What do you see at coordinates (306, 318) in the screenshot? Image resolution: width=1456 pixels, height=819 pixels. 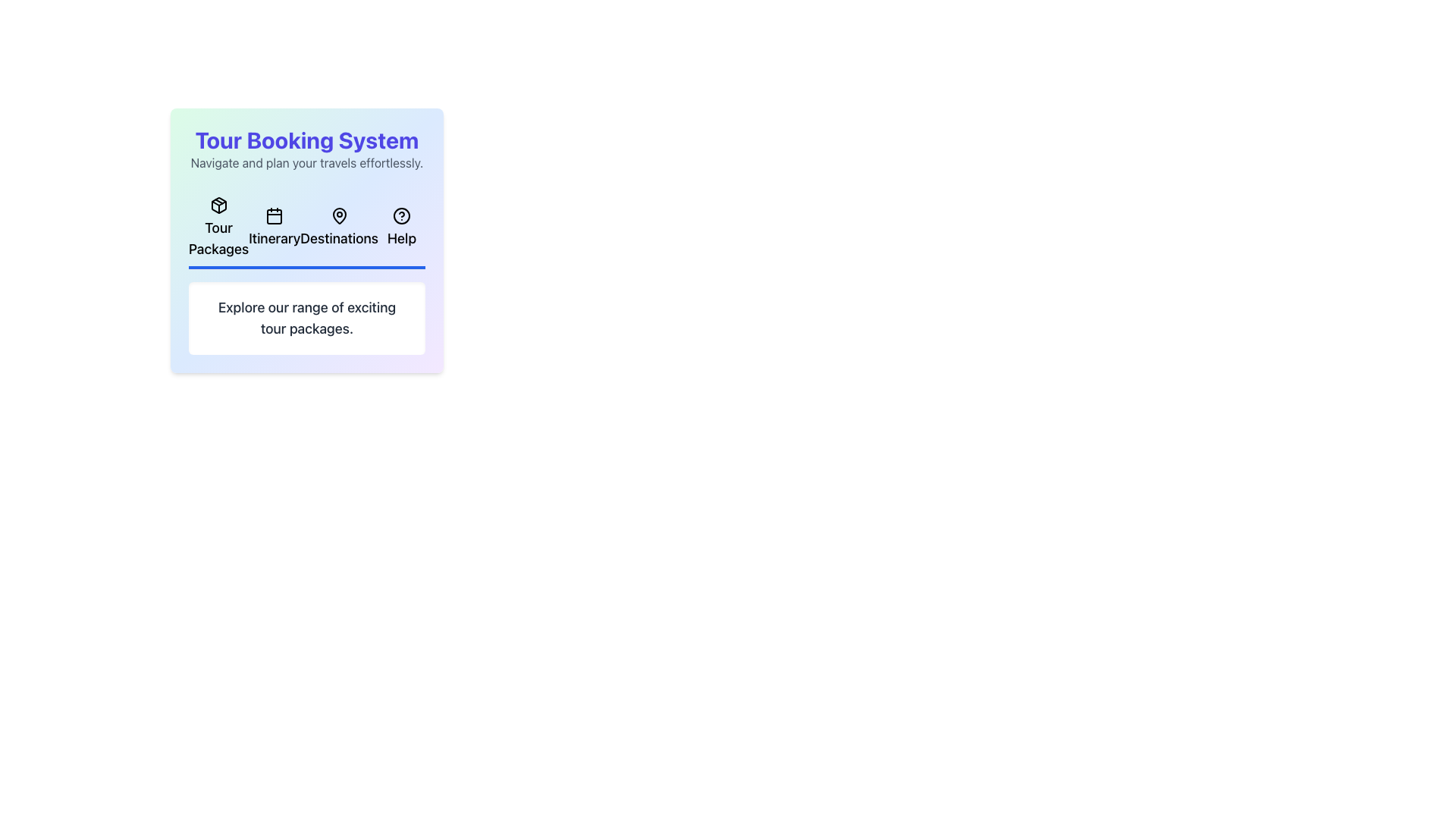 I see `the text label that contains the statement 'Explore our range of exciting tour packages.' positioned below the navigation tabs in a light gradient panel` at bounding box center [306, 318].